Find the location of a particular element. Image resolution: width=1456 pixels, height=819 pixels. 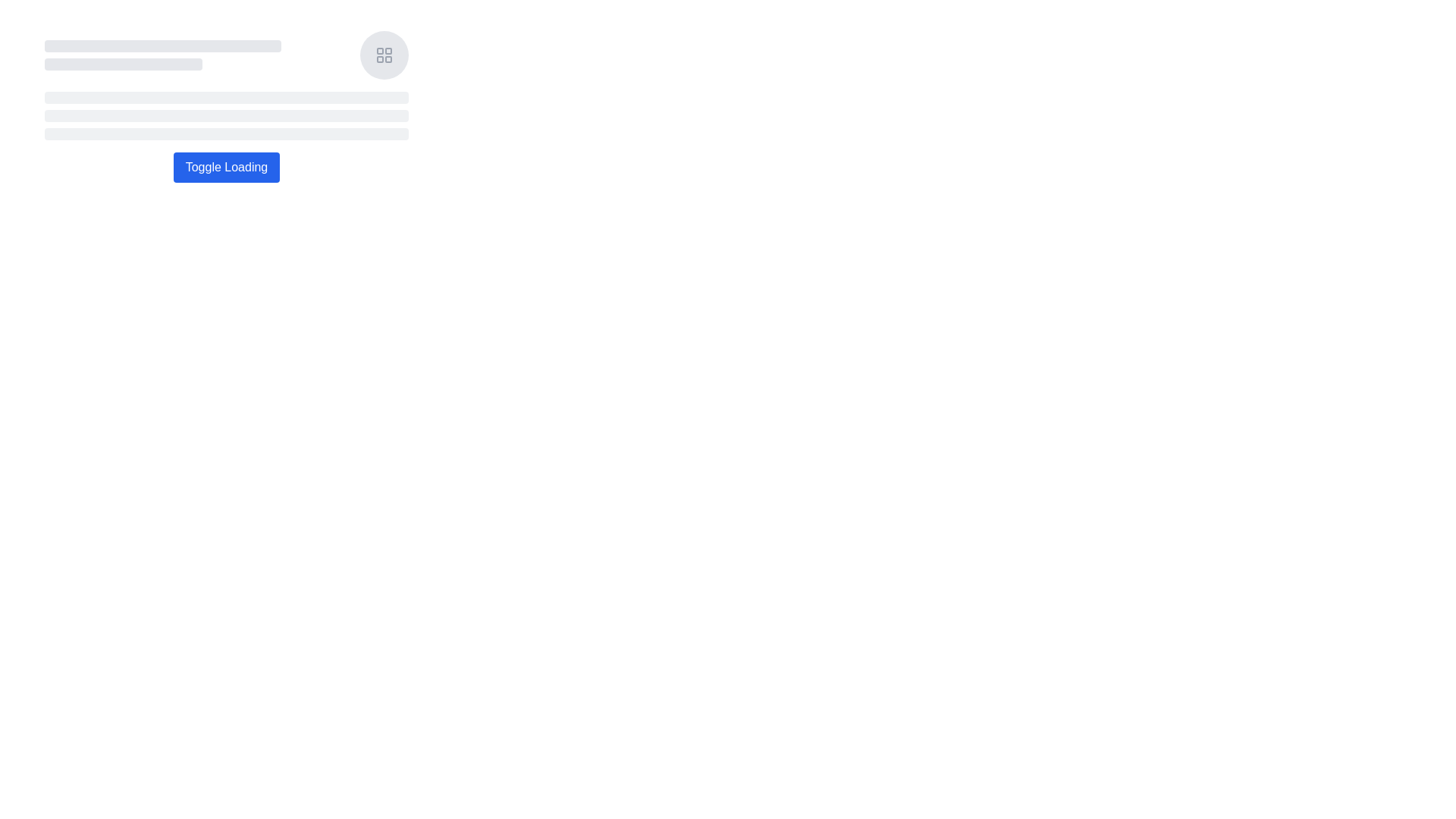

the third Skeleton loader segment, which is a visual placeholder indicating loading content is located at coordinates (225, 133).